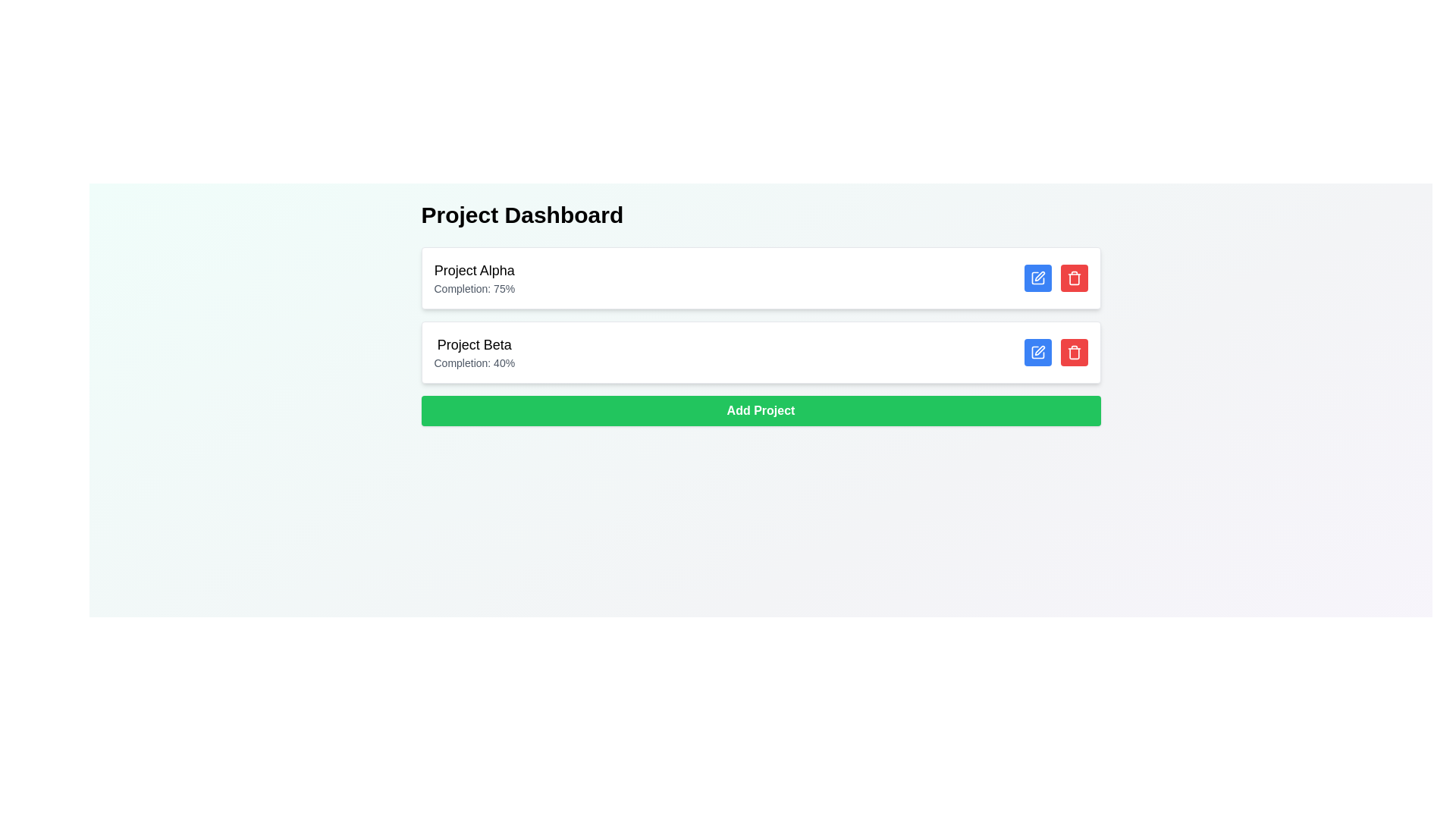  I want to click on the pen icon button located within a blue circular background to initiate editing of the associated project labeled 'Project Beta', so click(1037, 353).